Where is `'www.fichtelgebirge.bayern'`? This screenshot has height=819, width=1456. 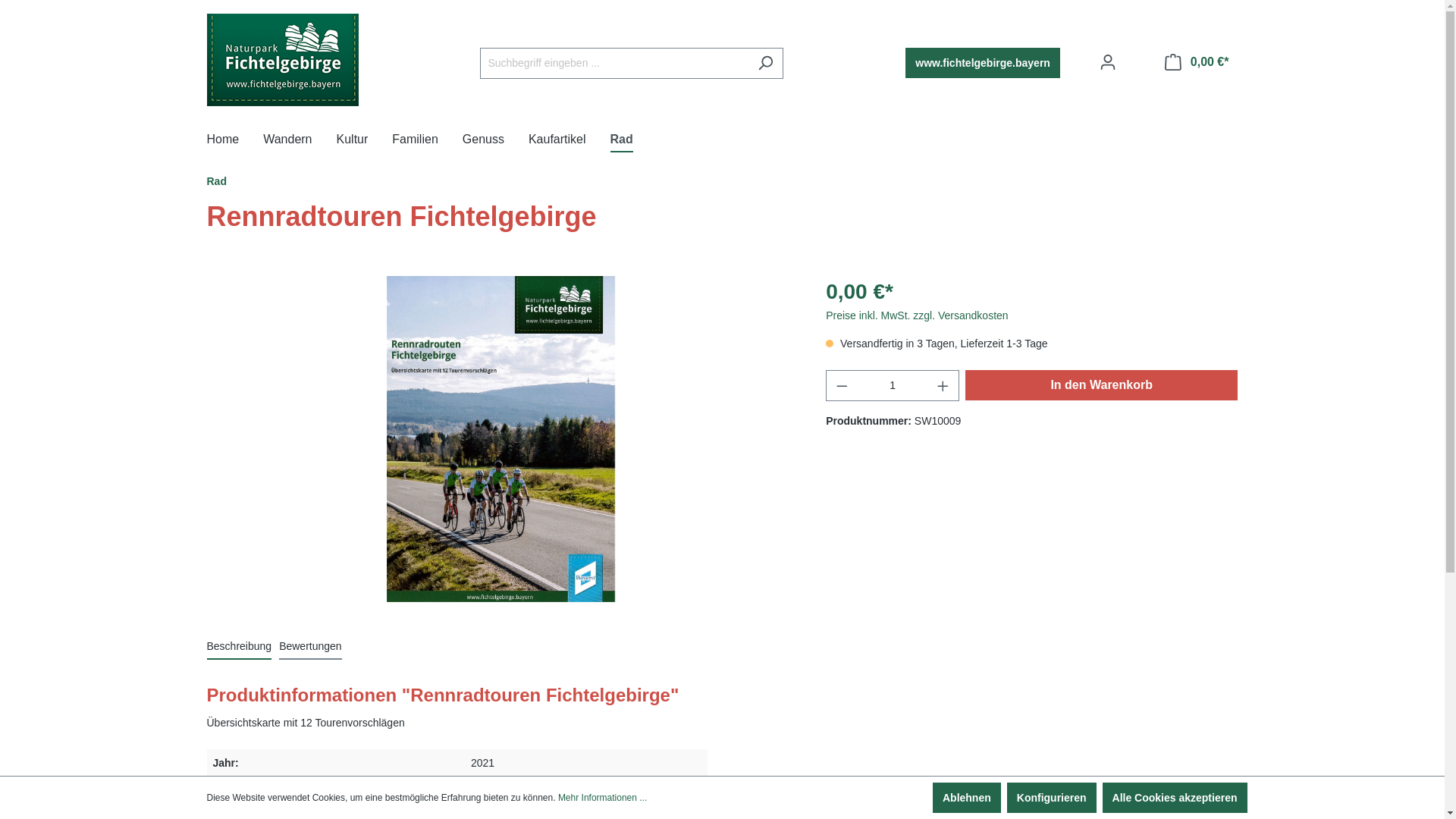 'www.fichtelgebirge.bayern' is located at coordinates (983, 62).